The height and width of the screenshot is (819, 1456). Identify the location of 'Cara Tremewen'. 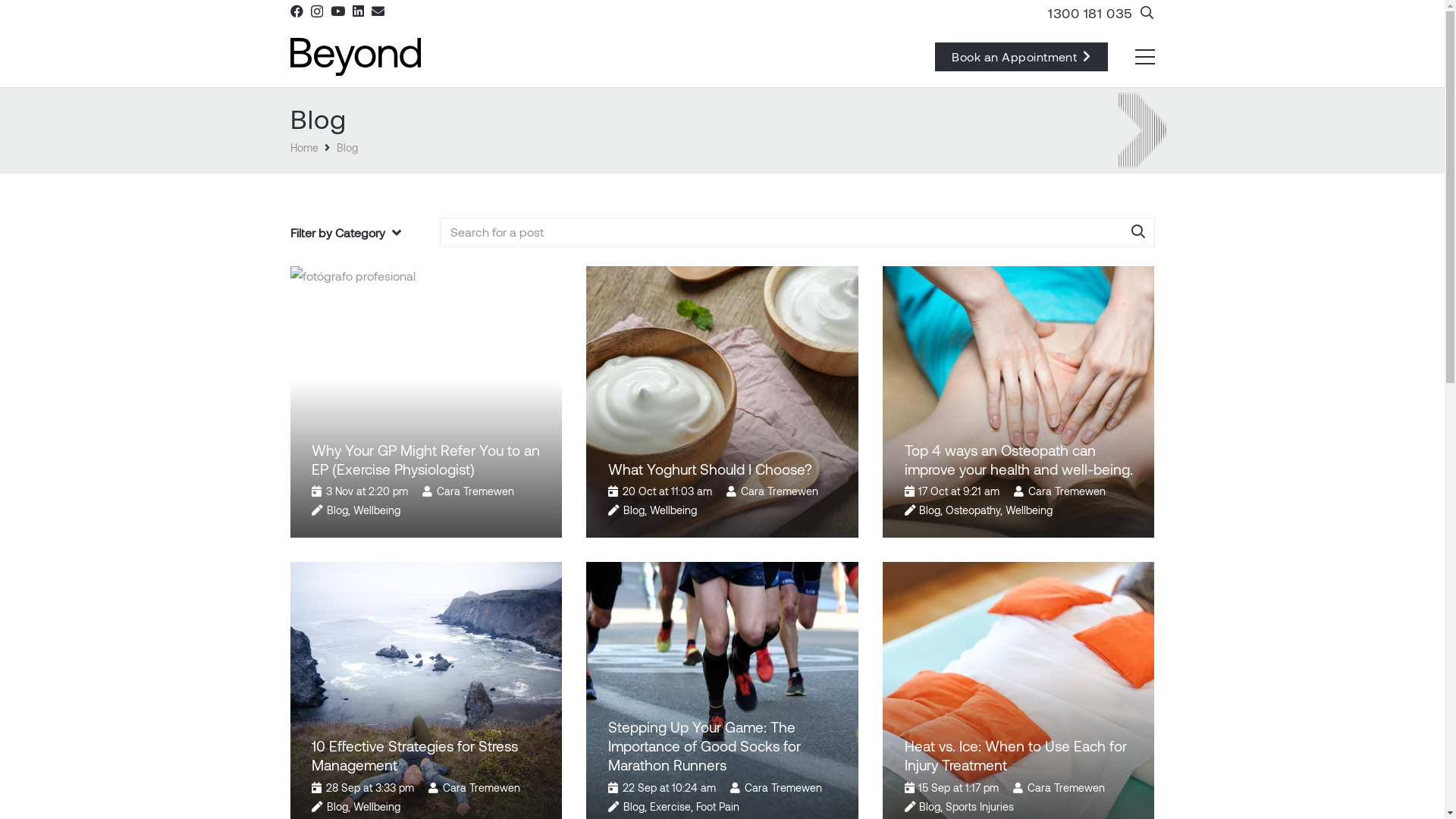
(783, 786).